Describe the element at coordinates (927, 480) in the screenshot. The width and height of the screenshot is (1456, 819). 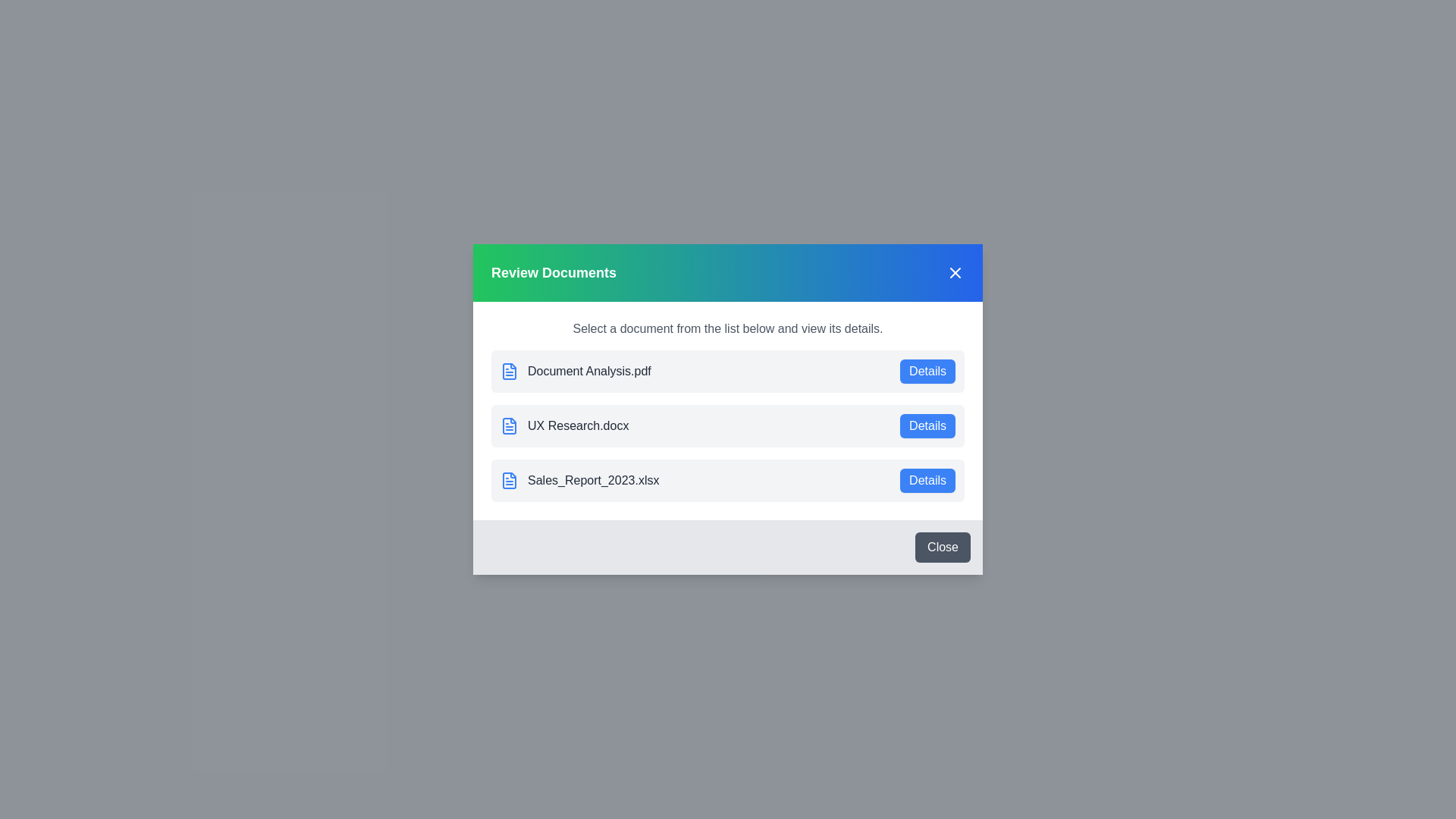
I see `the 'Details' button for the document Sales_Report_2023.xlsx` at that location.